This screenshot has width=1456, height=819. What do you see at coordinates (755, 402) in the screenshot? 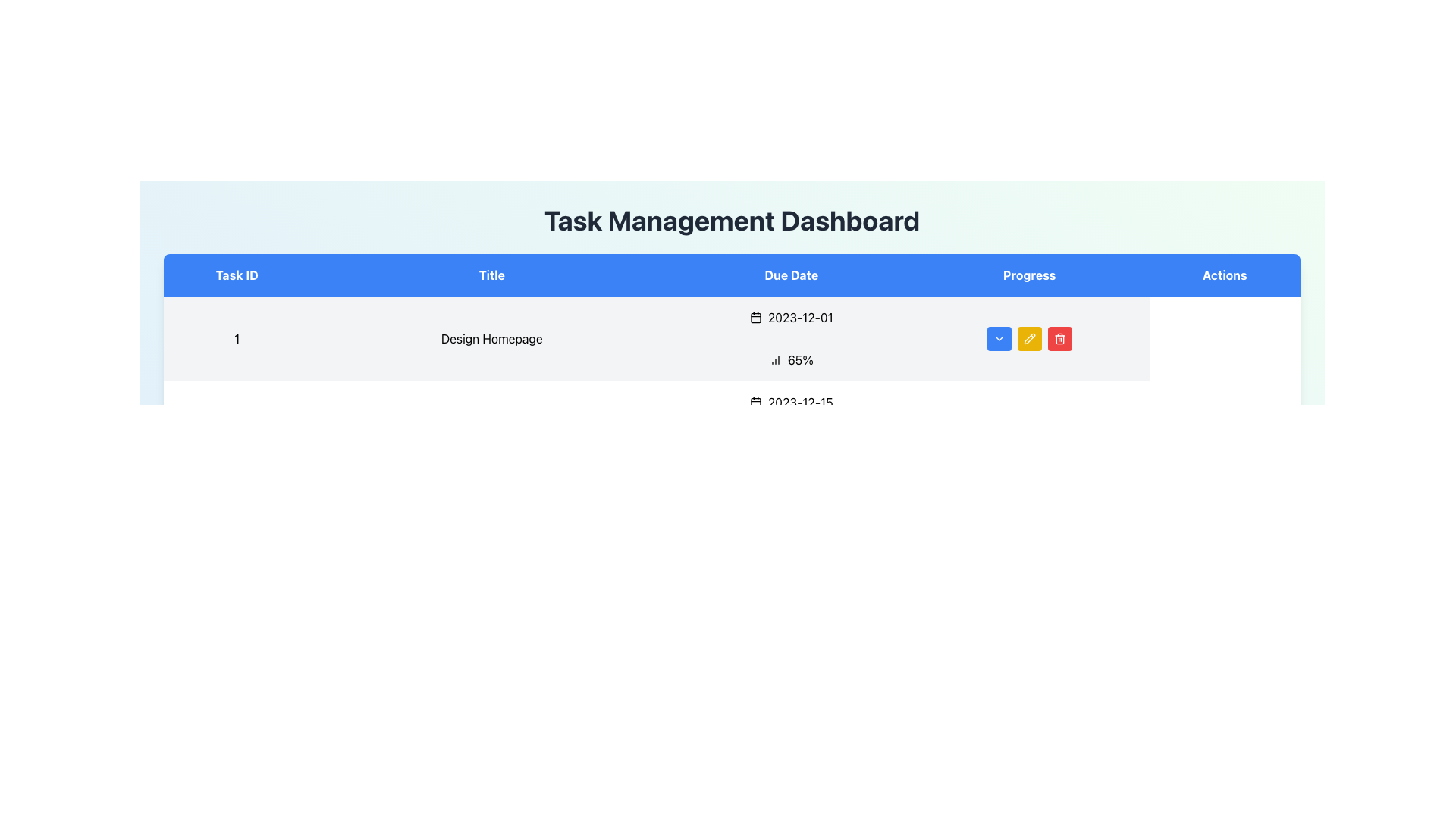
I see `the SVG calendar icon with a black outline located next to the date label '2023-12-15' under the 'Due Date' column` at bounding box center [755, 402].